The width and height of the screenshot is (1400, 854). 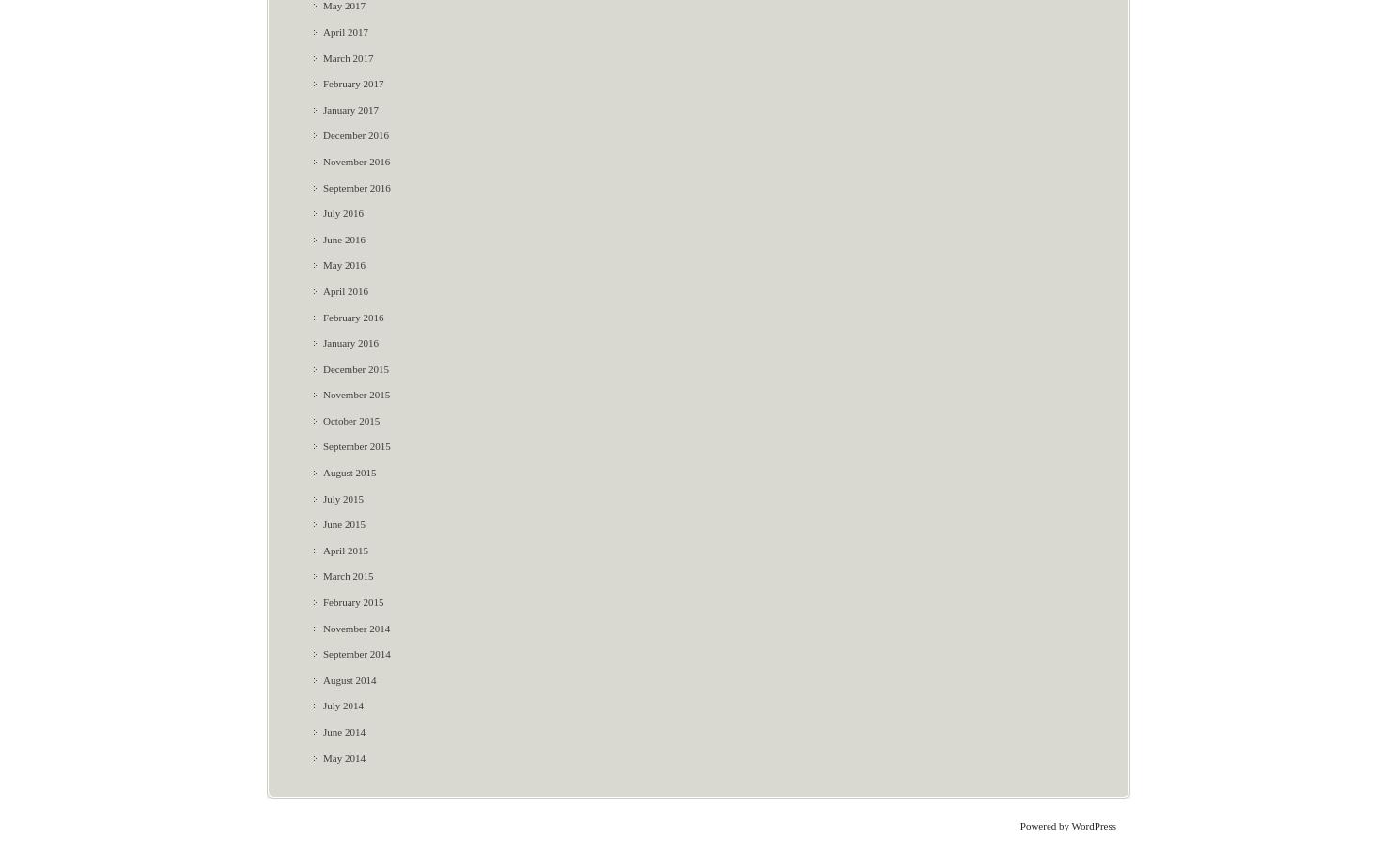 I want to click on 'April 2017', so click(x=344, y=29).